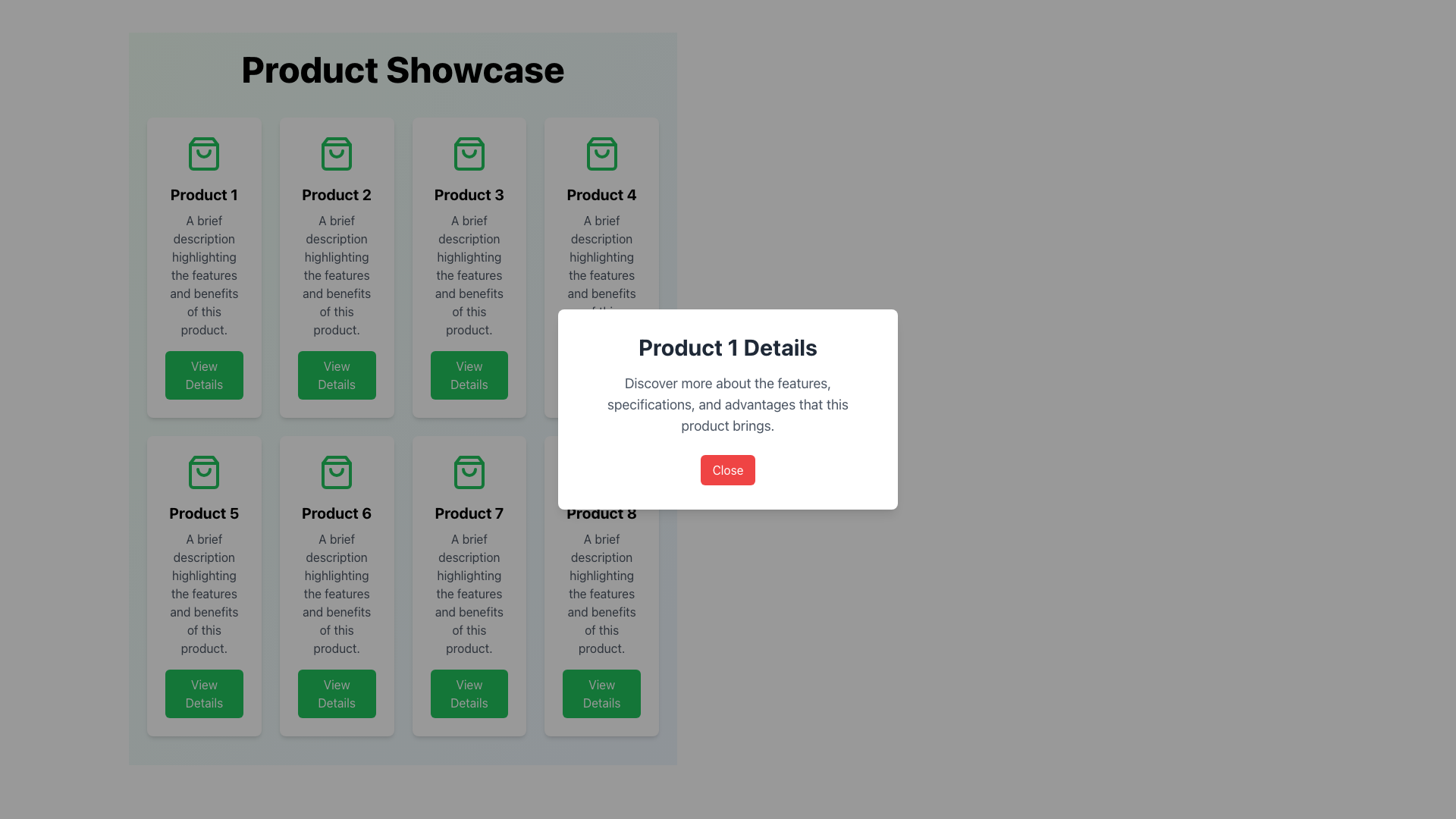 This screenshot has width=1456, height=819. Describe the element at coordinates (203, 375) in the screenshot. I see `the call-to-action button located at the bottom of the product card` at that location.